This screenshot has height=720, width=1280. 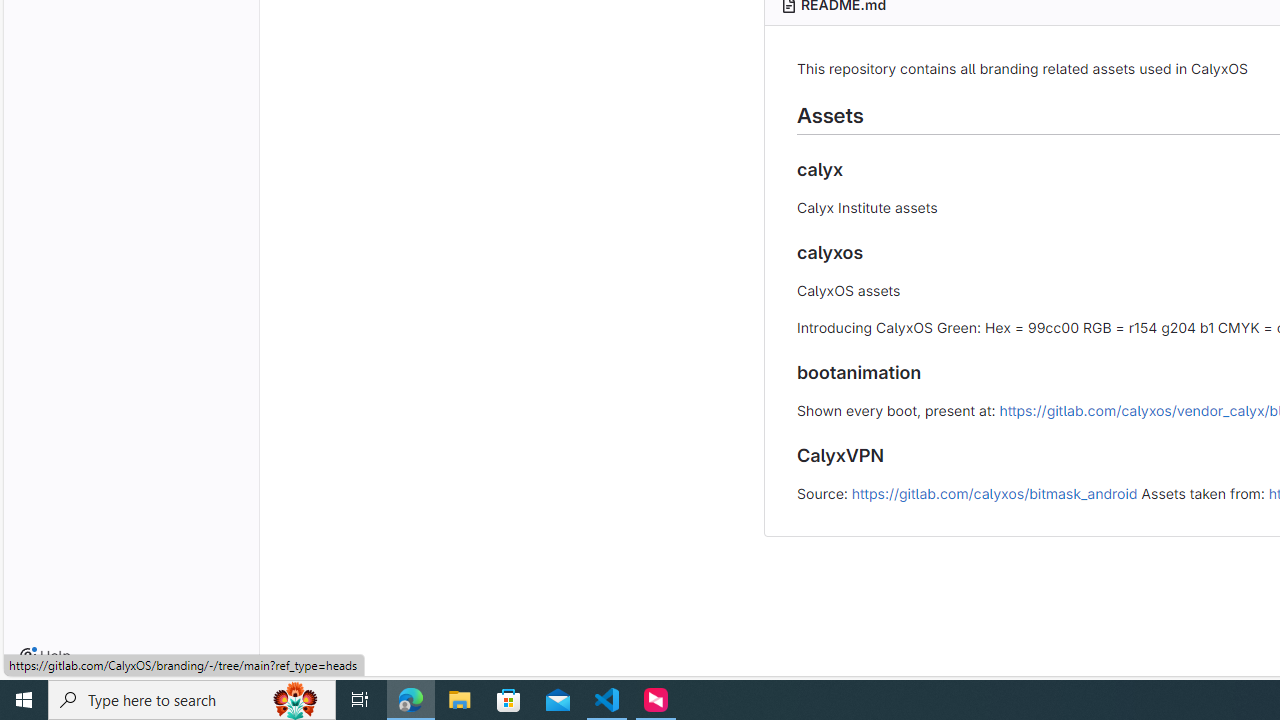 I want to click on 'https://gitlab.com/calyxos/bitmask_android', so click(x=994, y=492).